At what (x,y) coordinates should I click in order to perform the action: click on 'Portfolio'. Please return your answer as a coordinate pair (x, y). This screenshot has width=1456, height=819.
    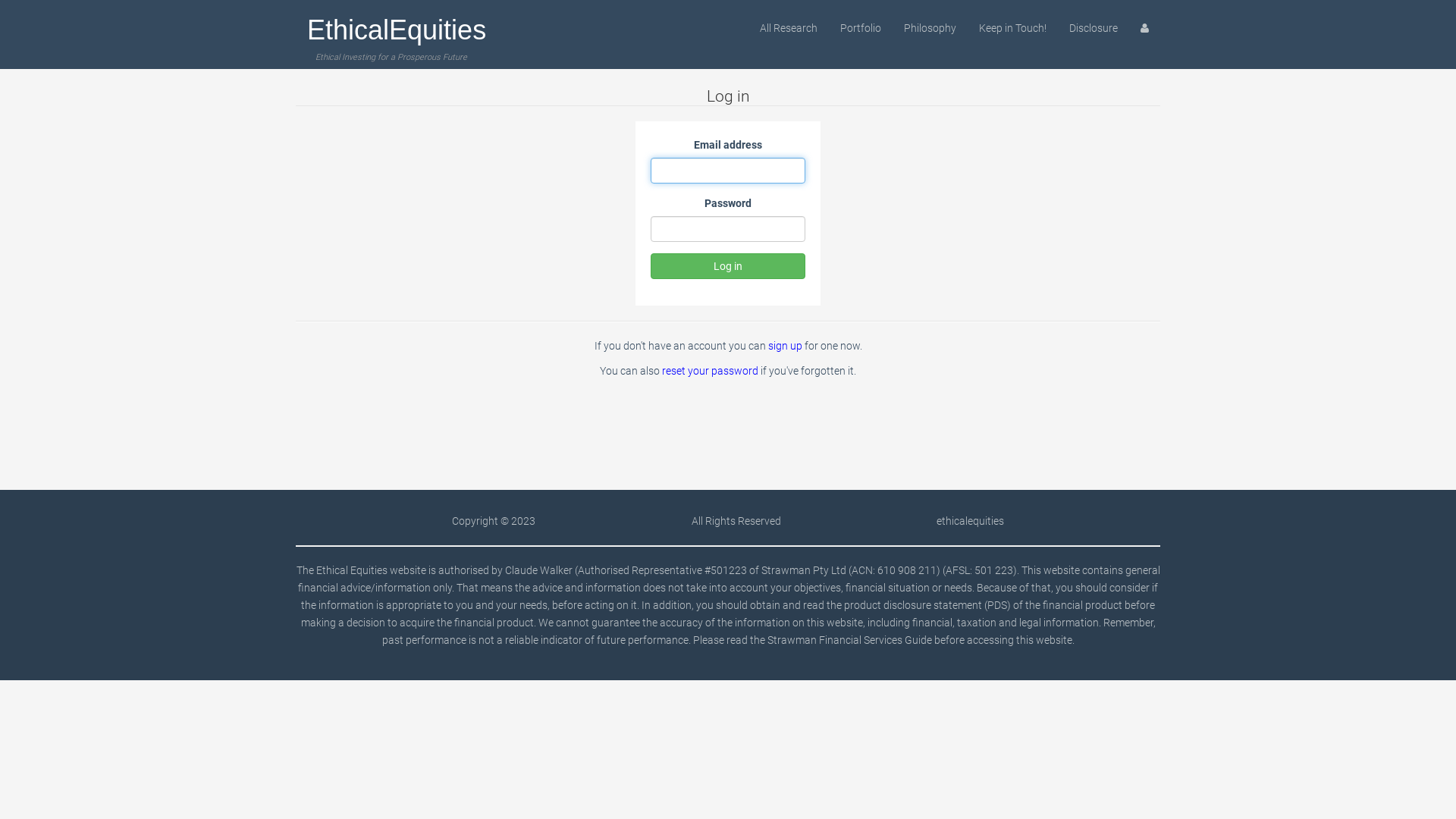
    Looking at the image, I should click on (860, 28).